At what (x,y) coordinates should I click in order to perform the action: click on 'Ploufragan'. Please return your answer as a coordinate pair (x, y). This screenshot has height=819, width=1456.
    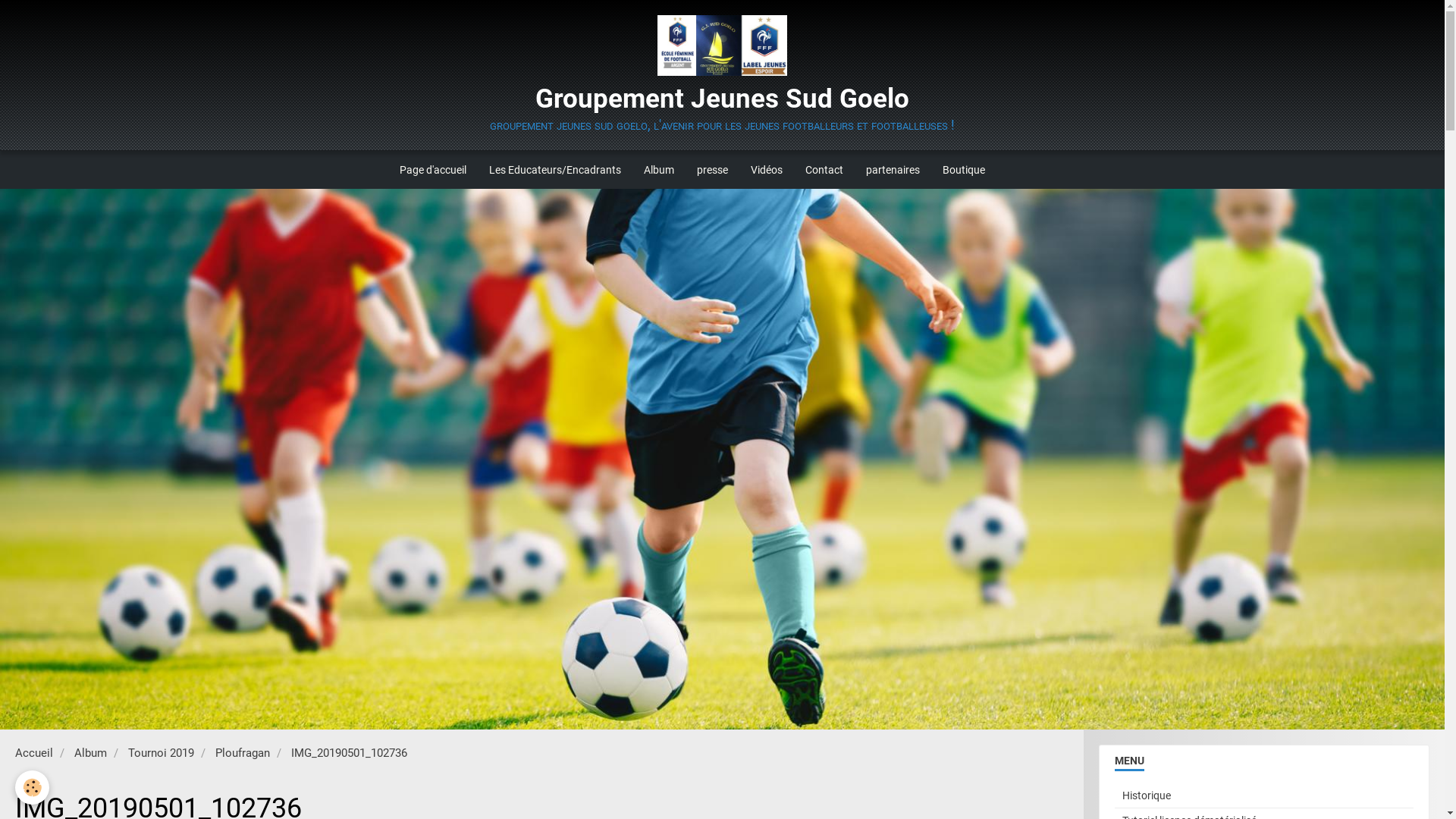
    Looking at the image, I should click on (214, 752).